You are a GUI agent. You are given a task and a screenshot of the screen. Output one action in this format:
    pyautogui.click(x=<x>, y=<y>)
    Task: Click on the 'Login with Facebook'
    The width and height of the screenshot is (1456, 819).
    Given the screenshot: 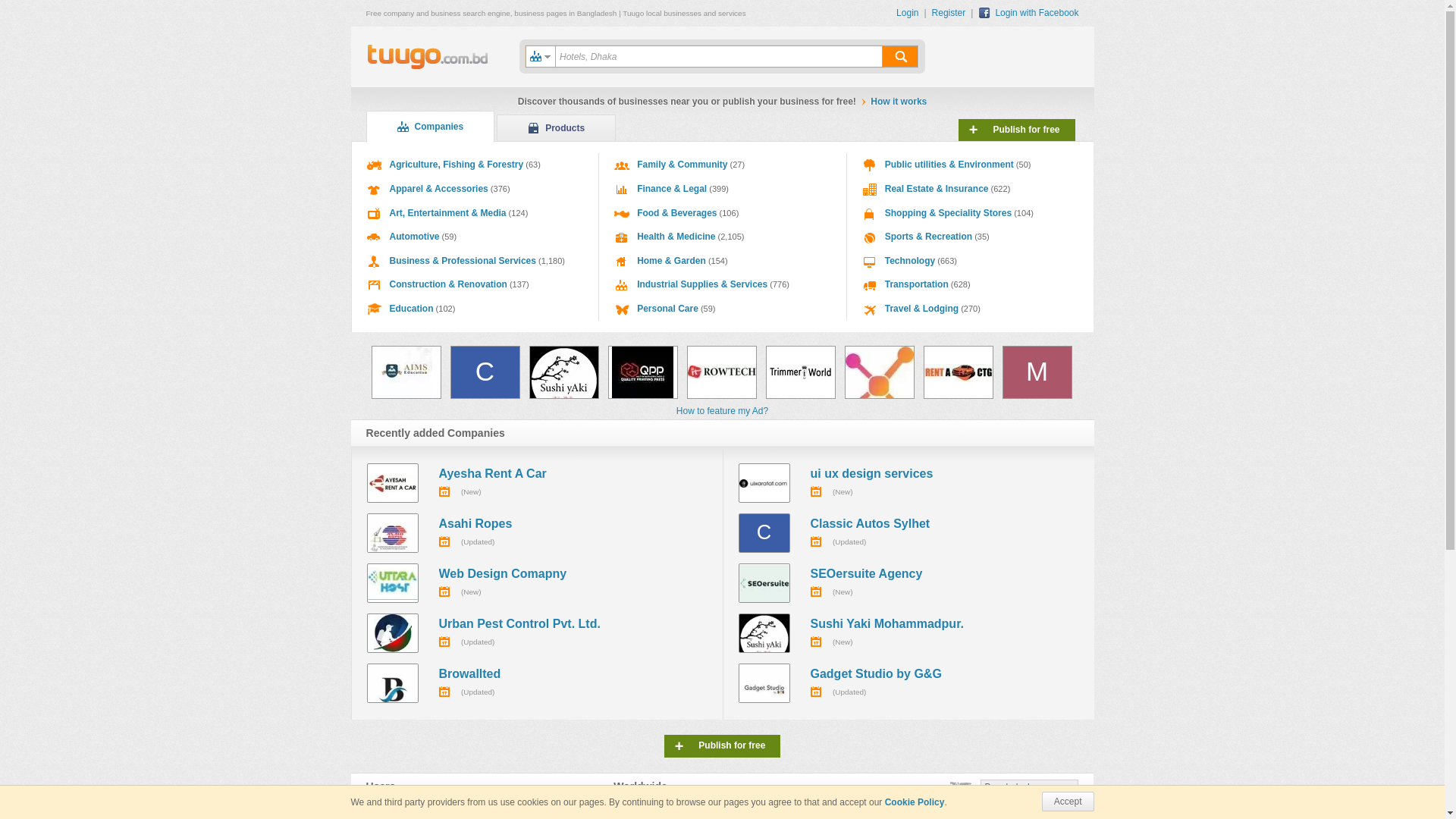 What is the action you would take?
    pyautogui.click(x=1028, y=12)
    